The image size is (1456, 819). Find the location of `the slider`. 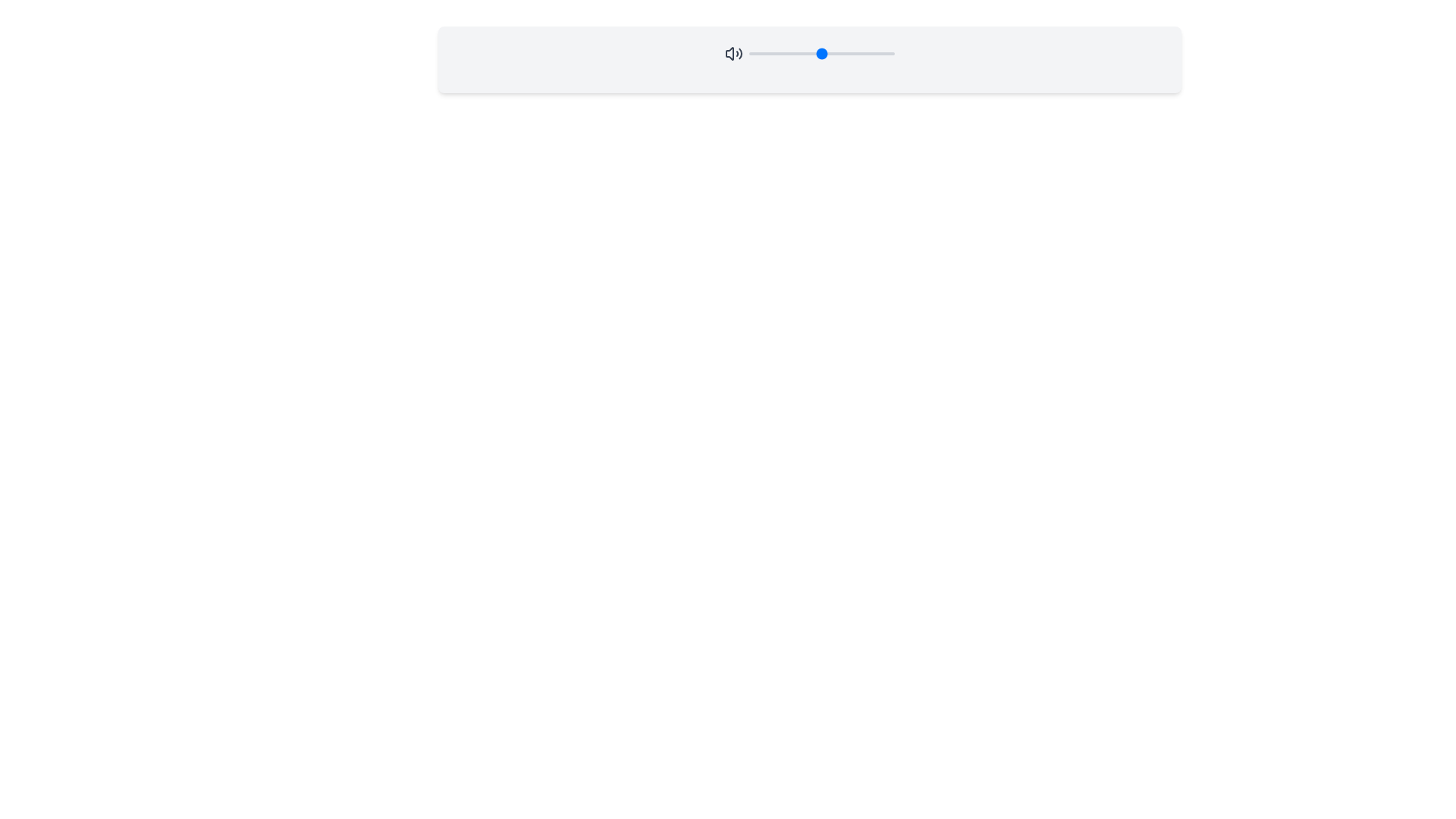

the slider is located at coordinates (758, 52).